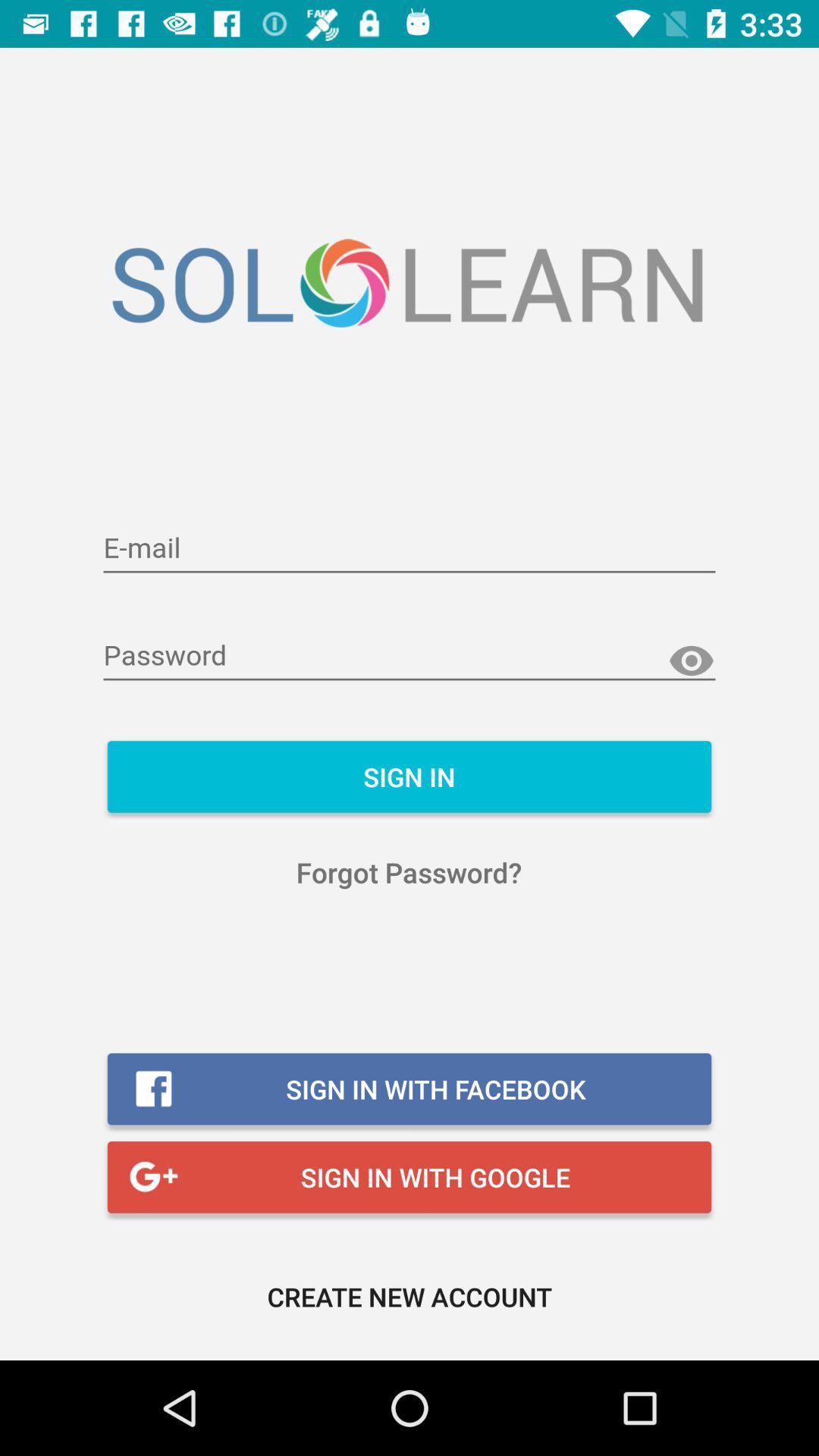  What do you see at coordinates (409, 1295) in the screenshot?
I see `the create new account icon` at bounding box center [409, 1295].